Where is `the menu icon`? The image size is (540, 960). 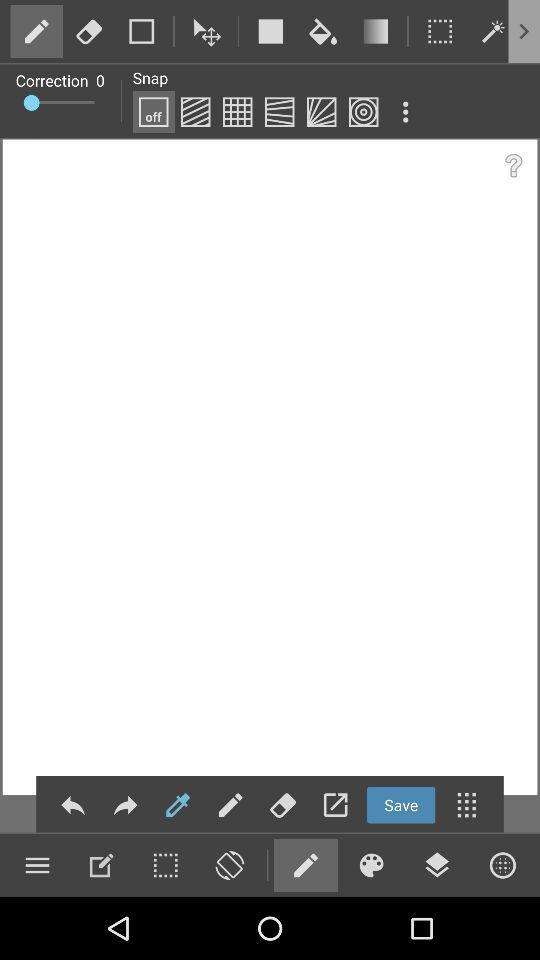 the menu icon is located at coordinates (37, 864).